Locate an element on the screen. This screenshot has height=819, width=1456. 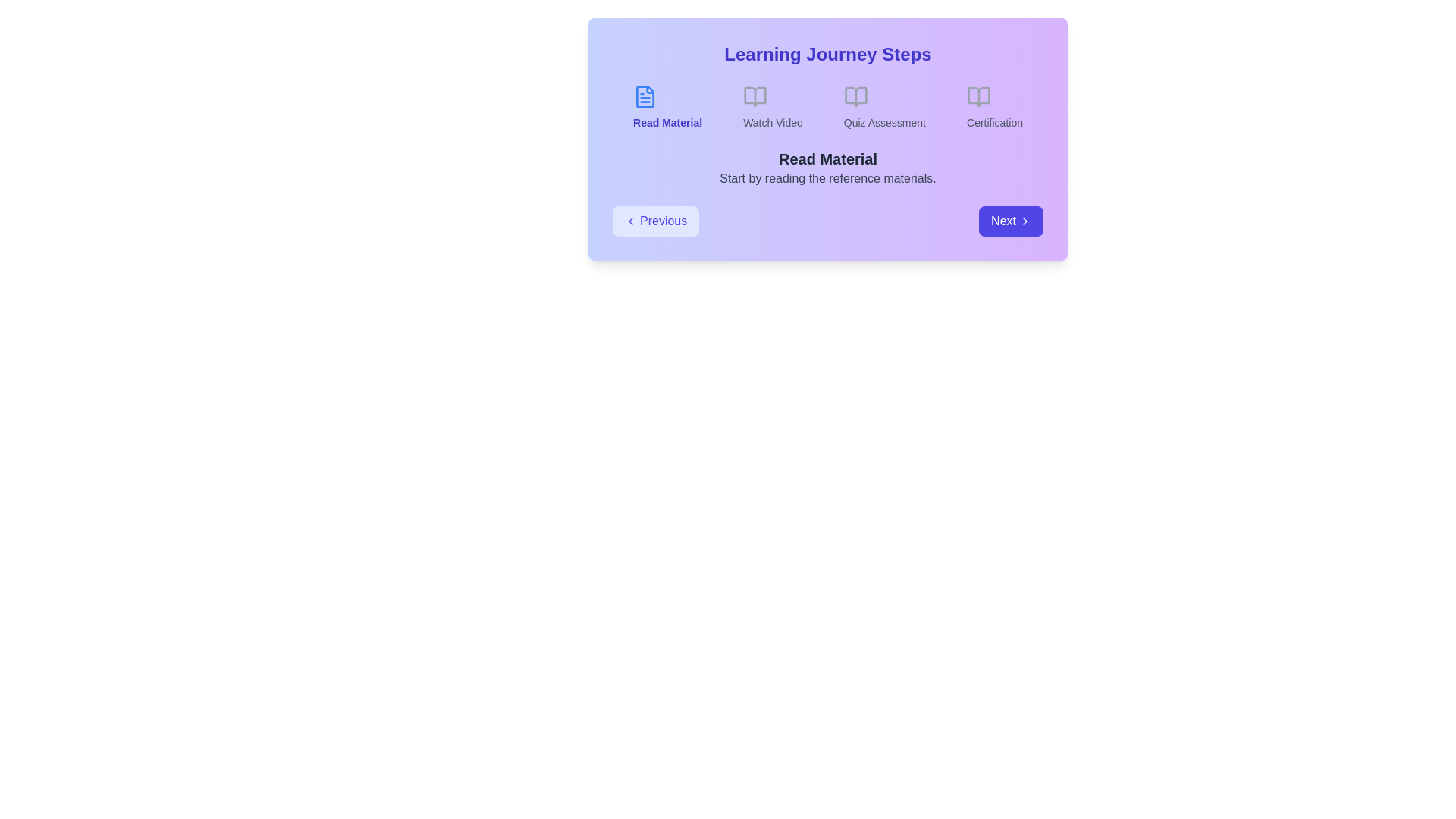
the 'Watch Video' SVG icon, which is the second icon in a horizontal sequence of four, located centrally in the upper section of the interface is located at coordinates (755, 96).